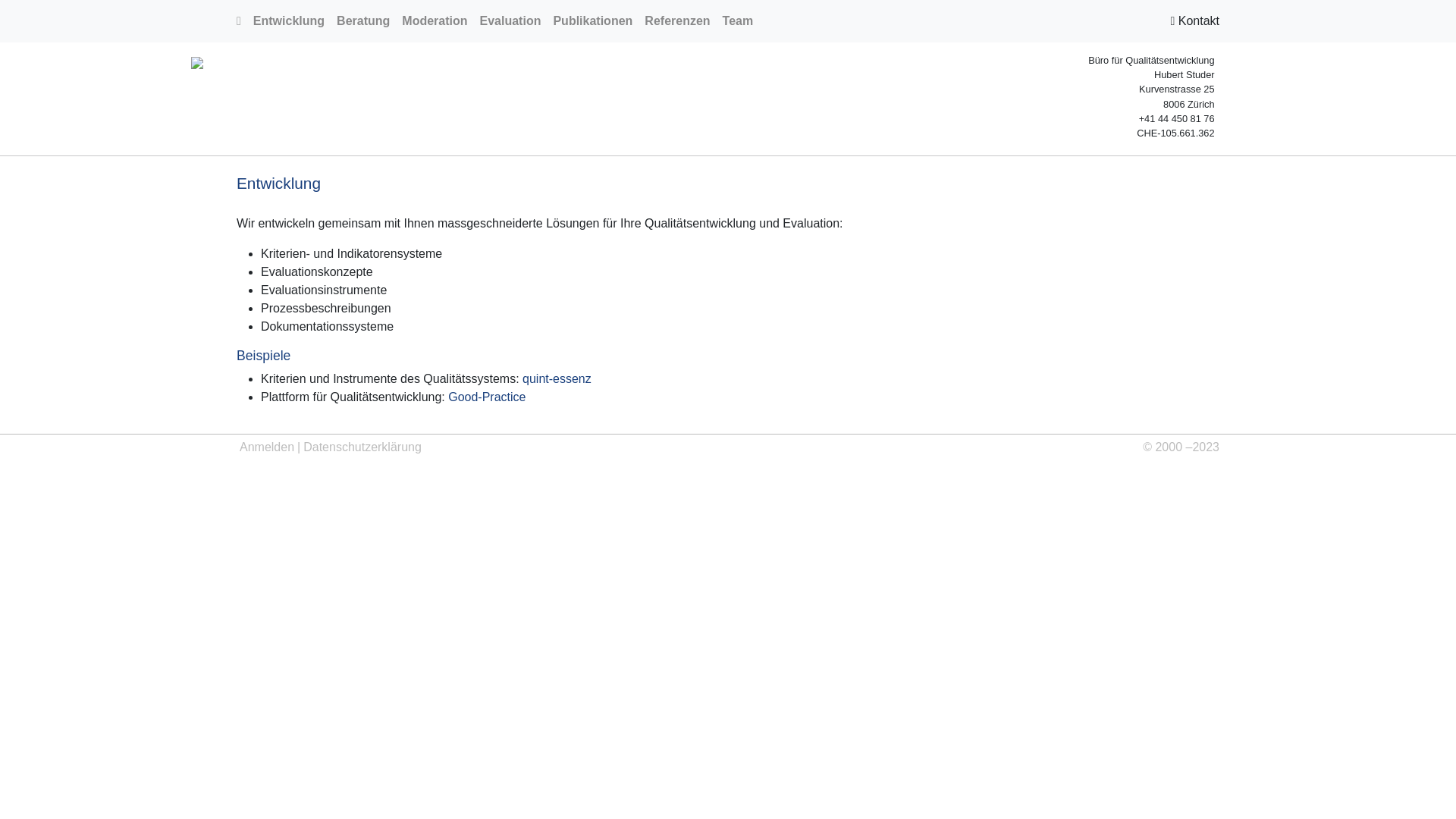 The image size is (1456, 819). What do you see at coordinates (546, 20) in the screenshot?
I see `'Publikationen'` at bounding box center [546, 20].